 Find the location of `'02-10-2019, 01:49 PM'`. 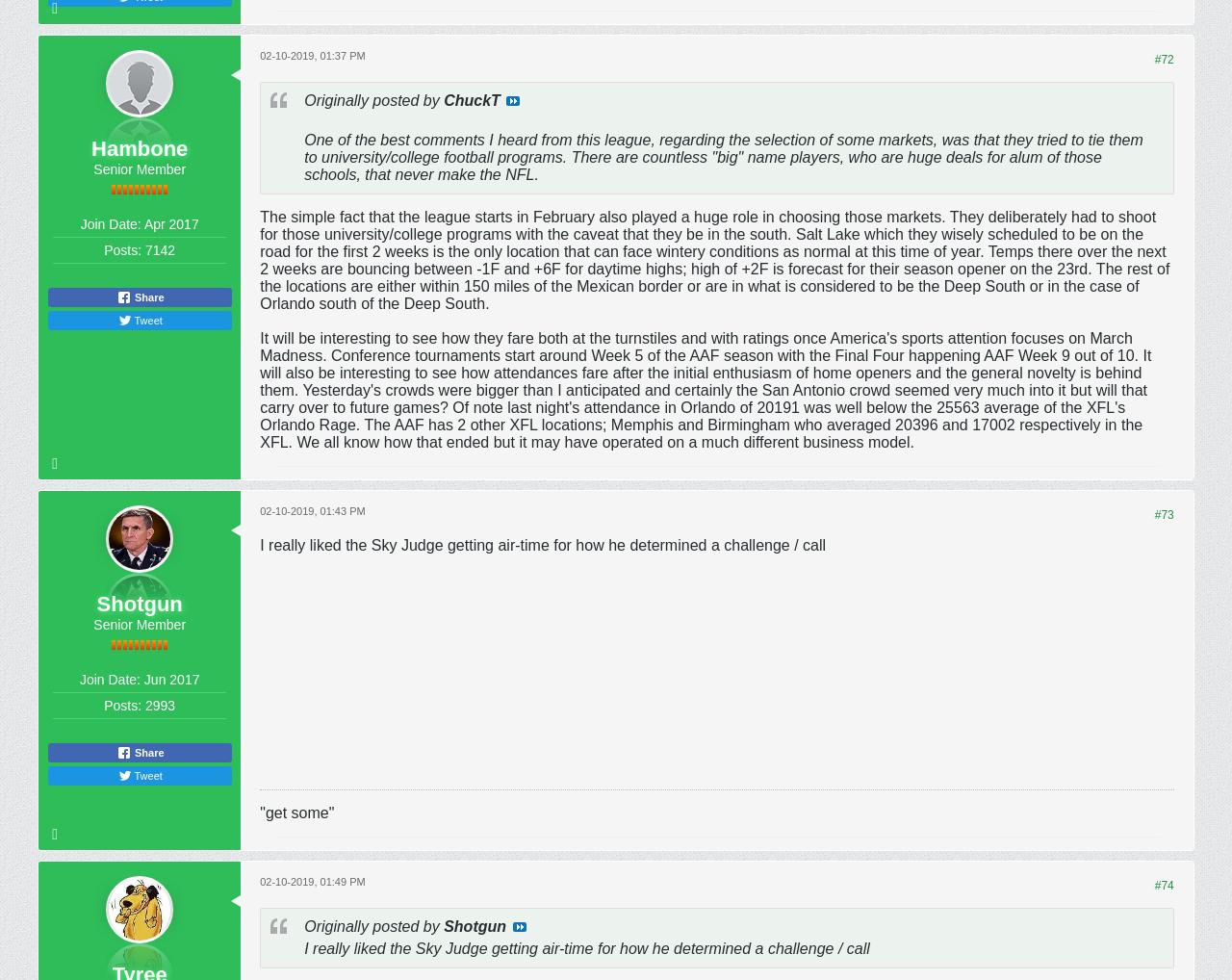

'02-10-2019, 01:49 PM' is located at coordinates (312, 880).